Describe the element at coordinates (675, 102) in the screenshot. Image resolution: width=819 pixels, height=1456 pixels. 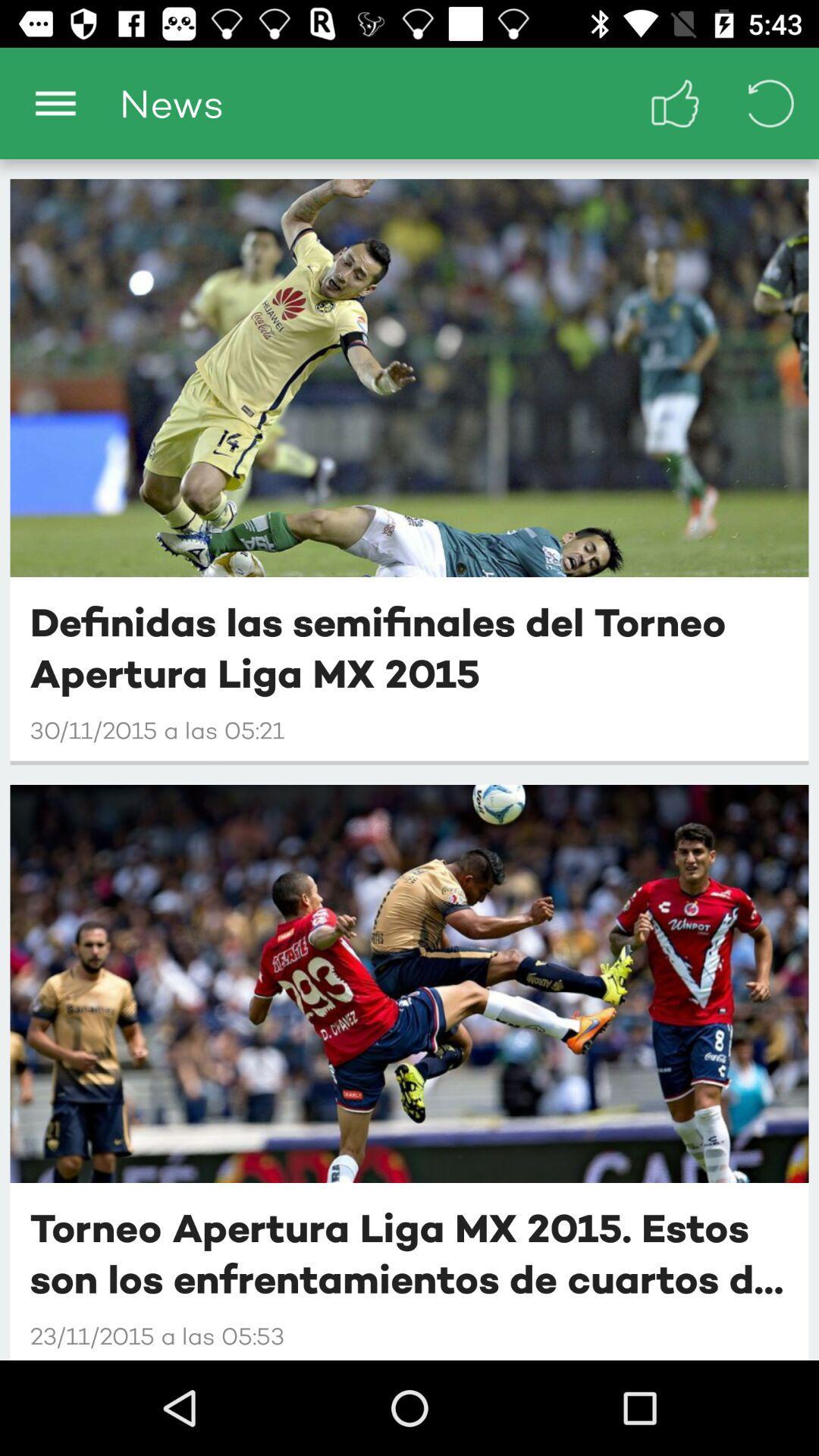
I see `item to the right of news item` at that location.